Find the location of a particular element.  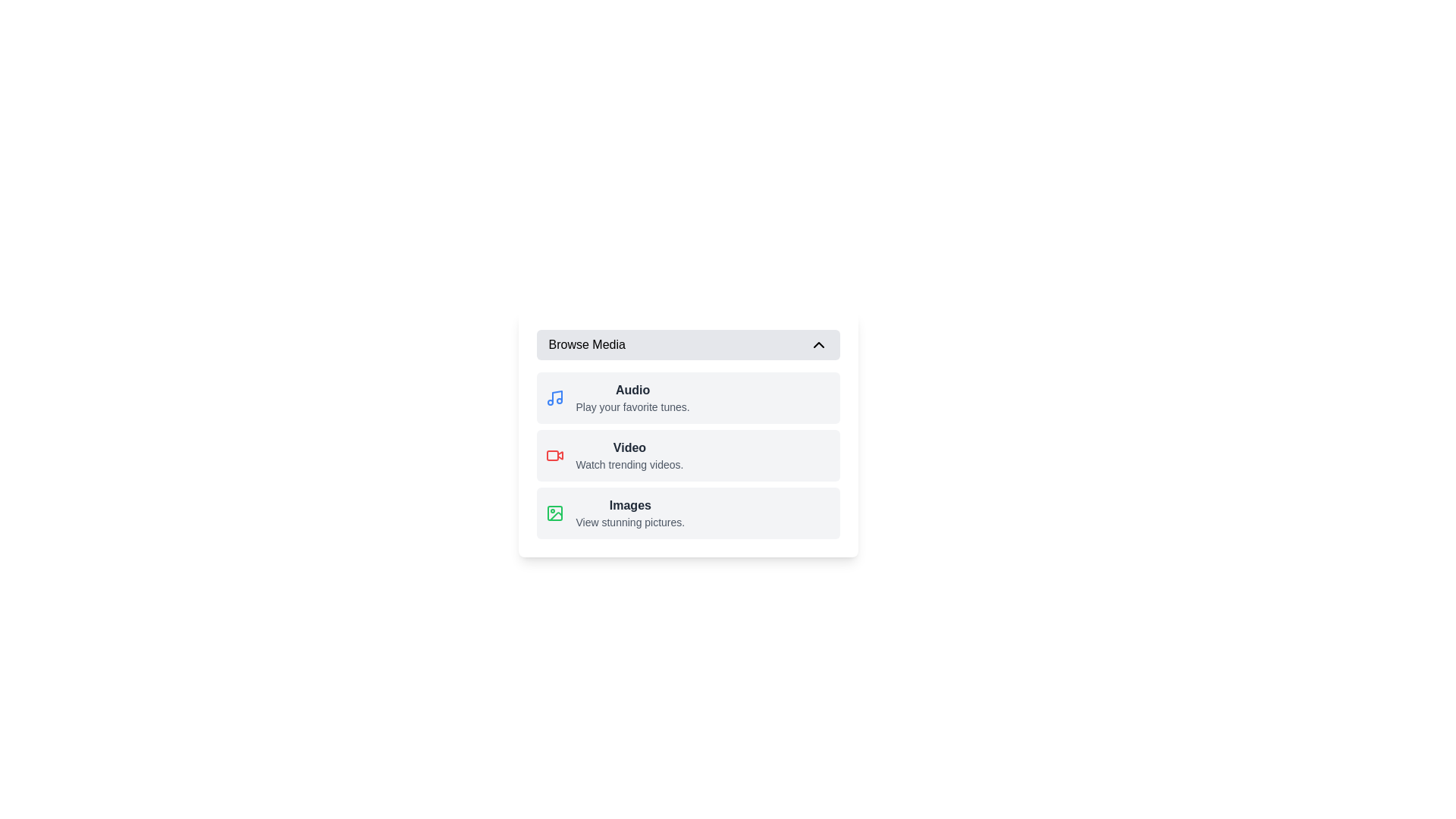

the descriptive subtitle for the 'Audio' category located within the 'Browse Media' section is located at coordinates (632, 406).